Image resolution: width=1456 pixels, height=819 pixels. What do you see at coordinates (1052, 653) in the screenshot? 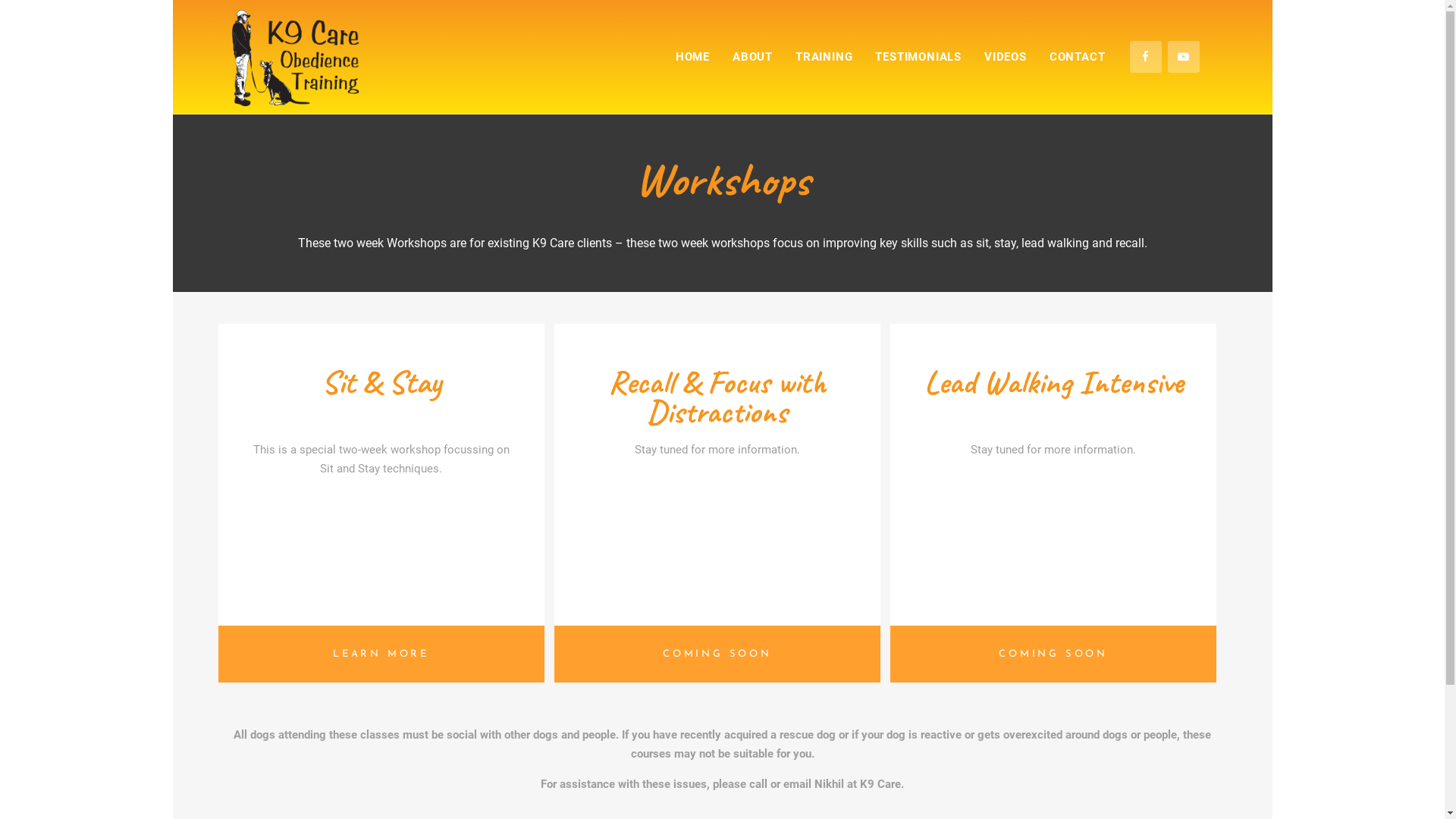
I see `'COMING SOON'` at bounding box center [1052, 653].